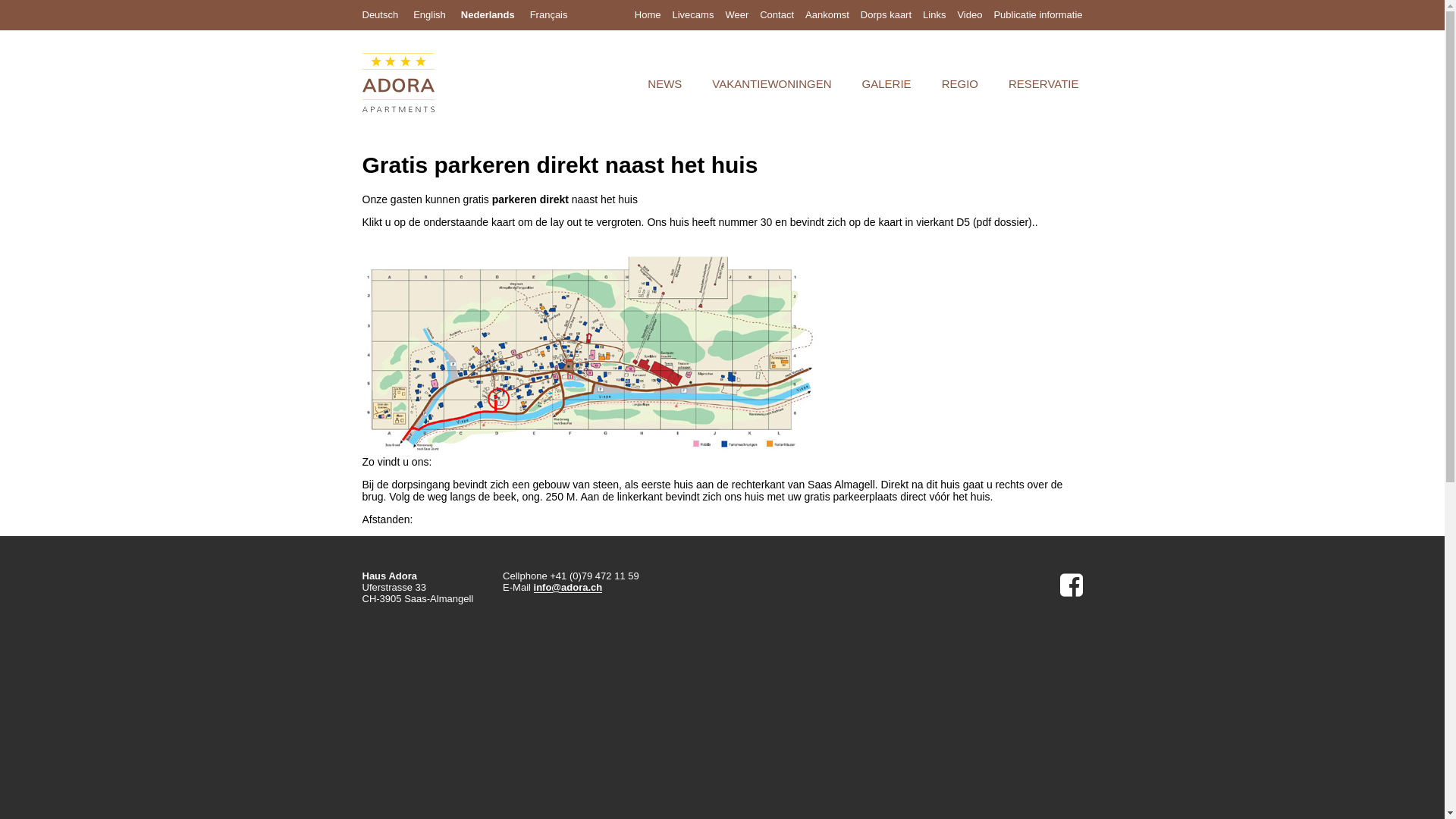 The image size is (1456, 819). Describe the element at coordinates (777, 14) in the screenshot. I see `'Contact'` at that location.